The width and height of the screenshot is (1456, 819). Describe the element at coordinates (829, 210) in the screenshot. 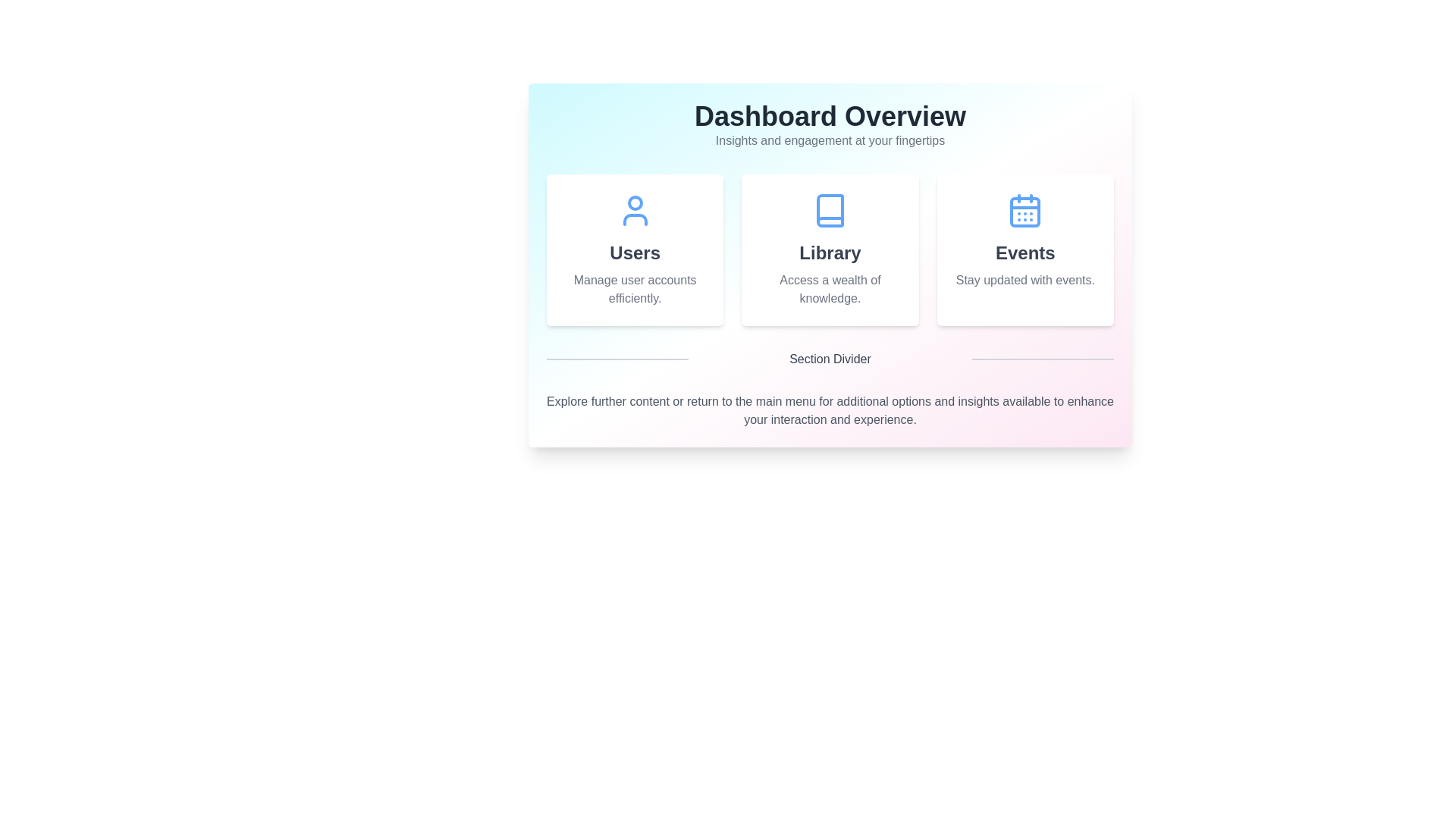

I see `the library icon` at that location.